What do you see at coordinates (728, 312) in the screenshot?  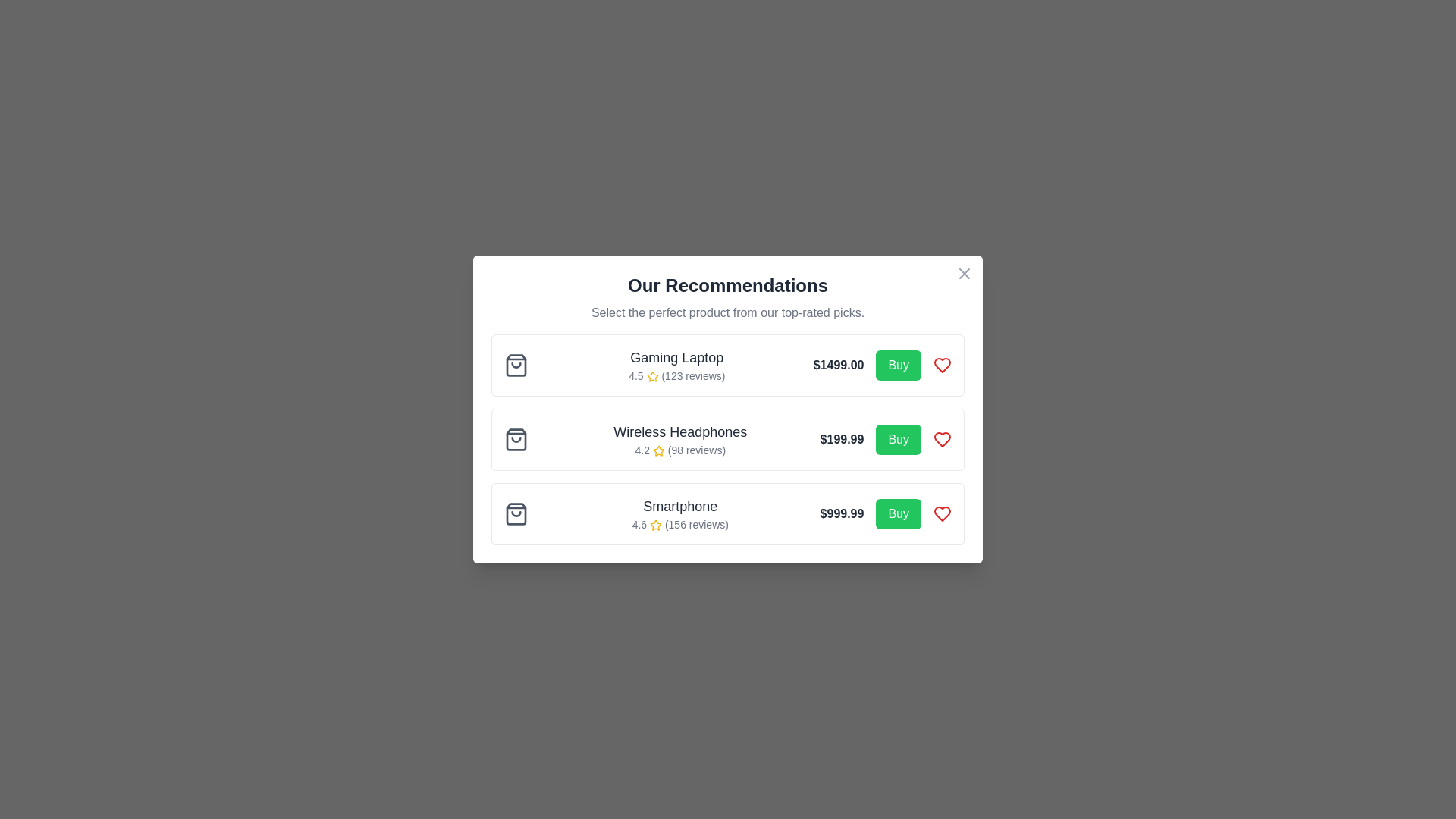 I see `the text element that provides a brief description for the recommendation section, located beneath the heading 'Our Recommendations' in the content box` at bounding box center [728, 312].